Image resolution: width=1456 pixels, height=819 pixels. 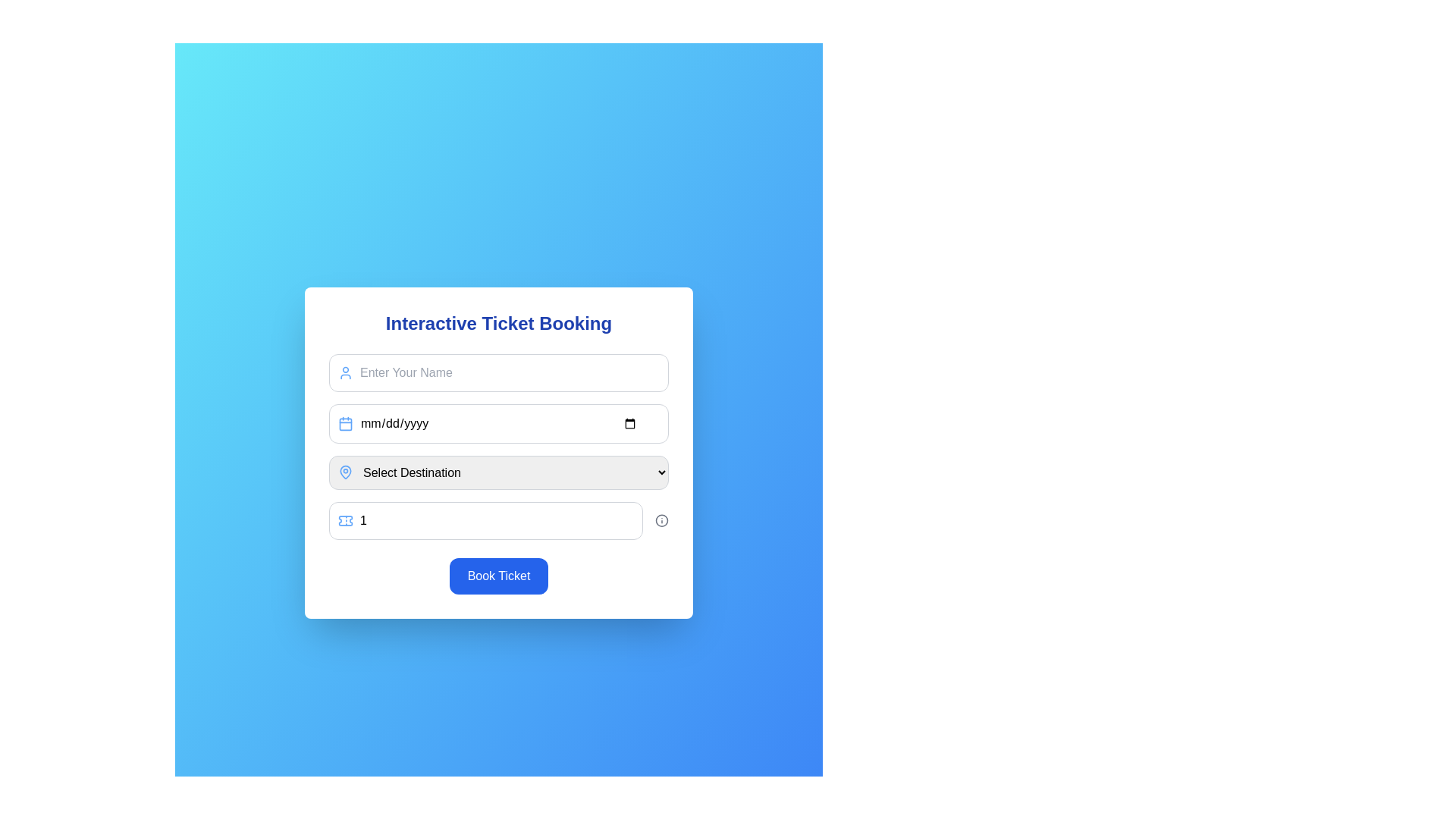 What do you see at coordinates (661, 519) in the screenshot?
I see `the Circular SVG shape that is part of the interactive icon next to the number selector field in the ticket booking UI` at bounding box center [661, 519].